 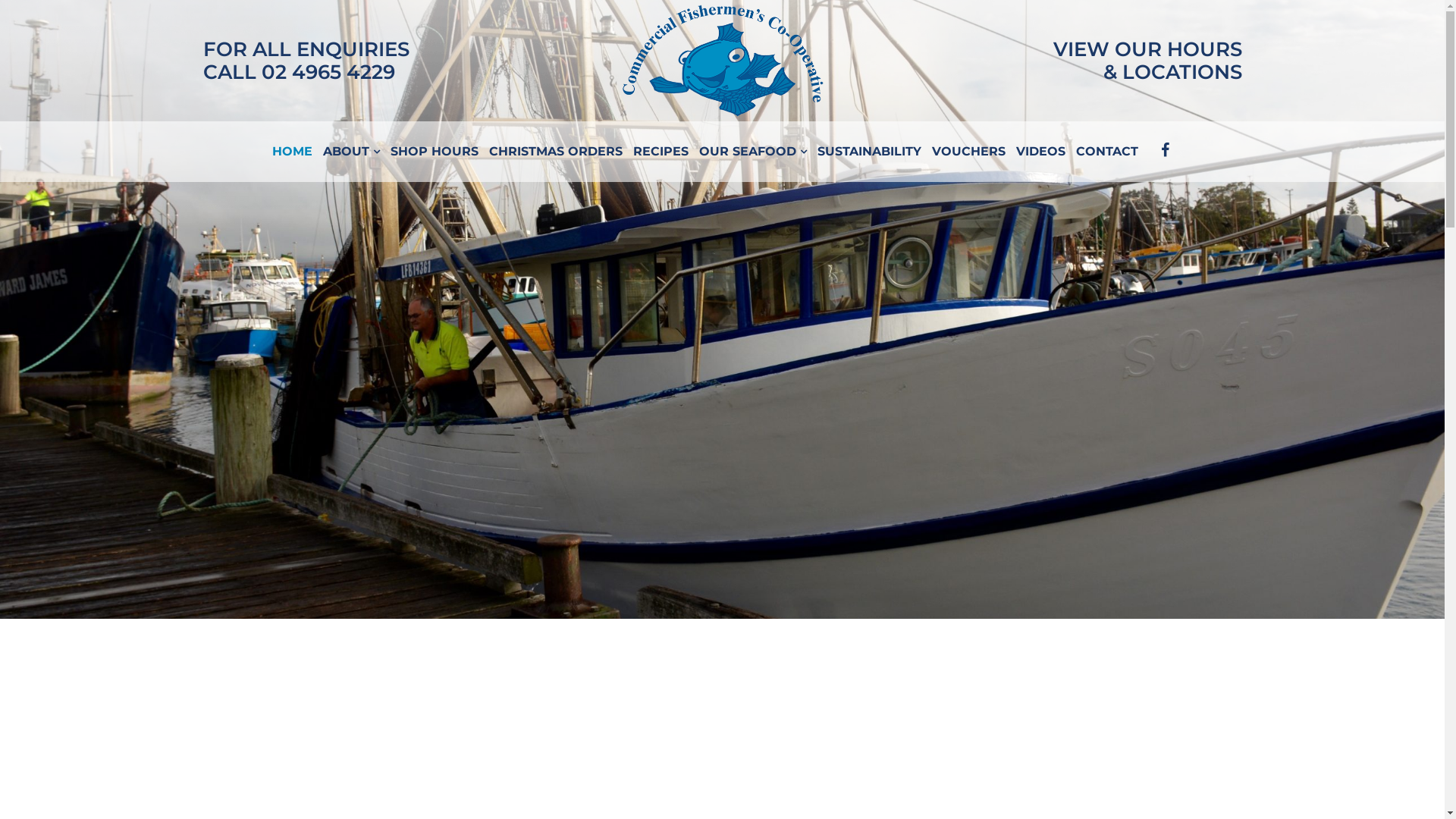 I want to click on 'RECIPES', so click(x=661, y=152).